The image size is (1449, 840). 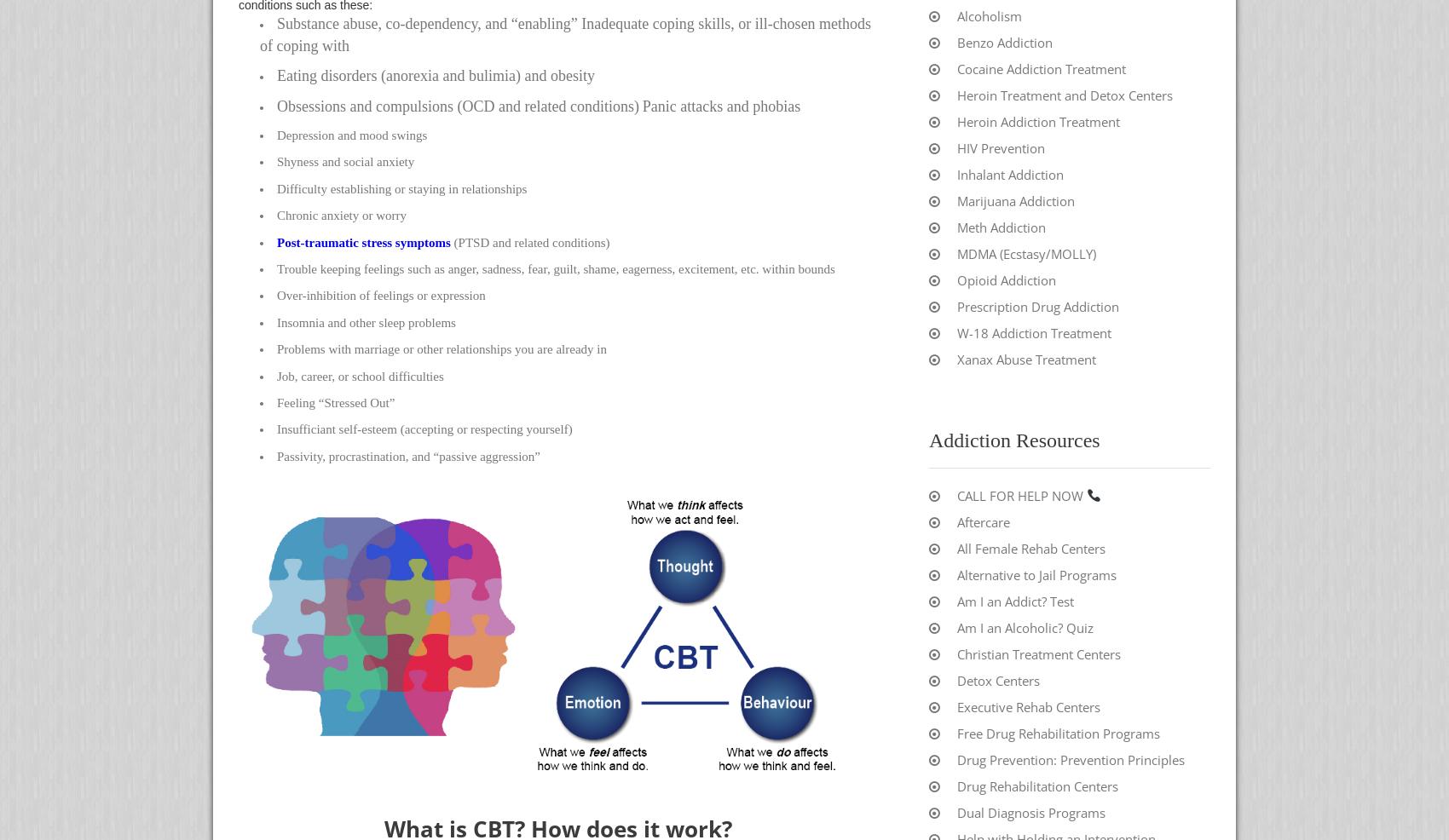 What do you see at coordinates (344, 161) in the screenshot?
I see `'Shyness and social anxiety'` at bounding box center [344, 161].